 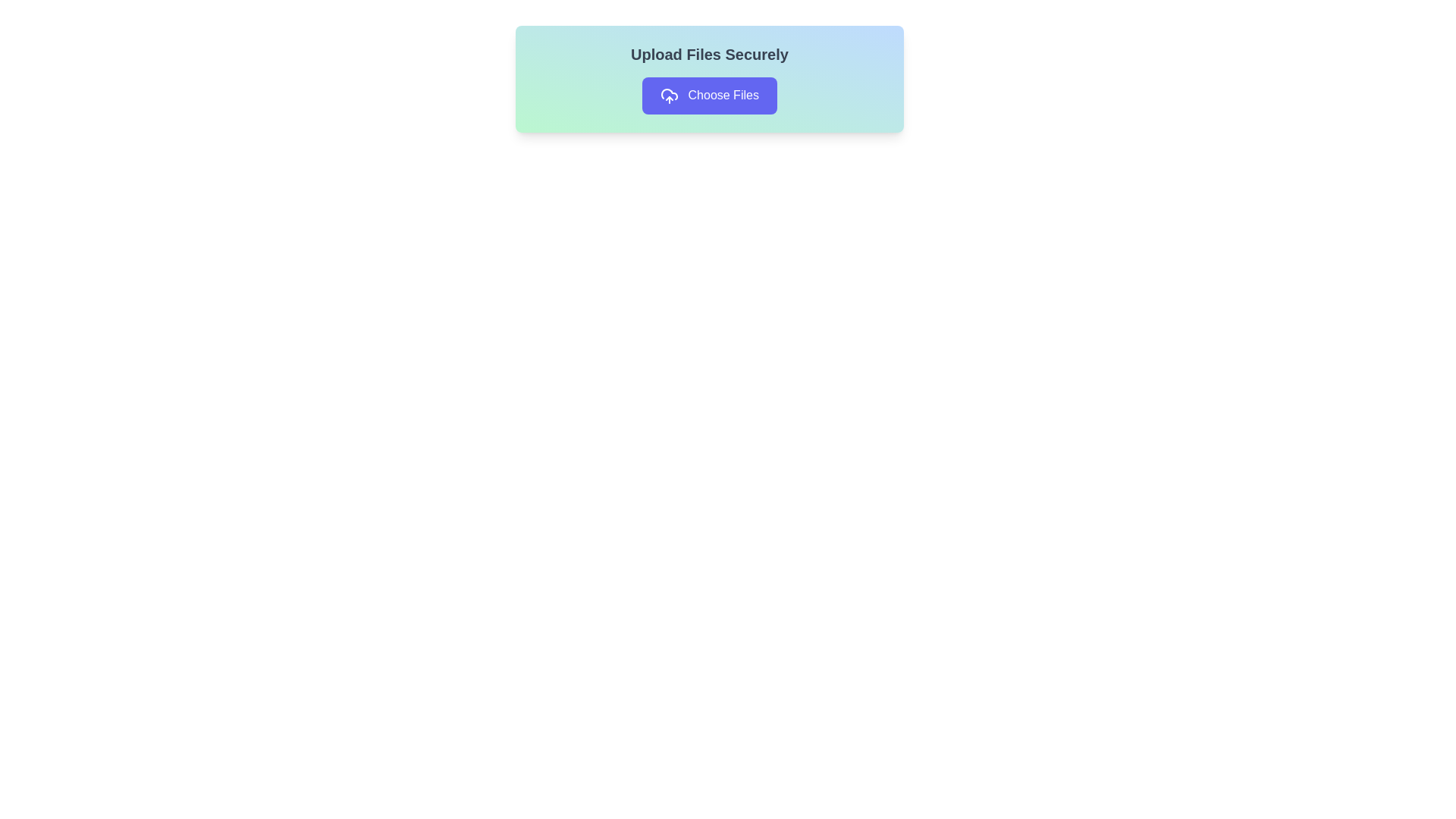 What do you see at coordinates (709, 96) in the screenshot?
I see `the button located directly below the 'Upload Files Securely' text` at bounding box center [709, 96].